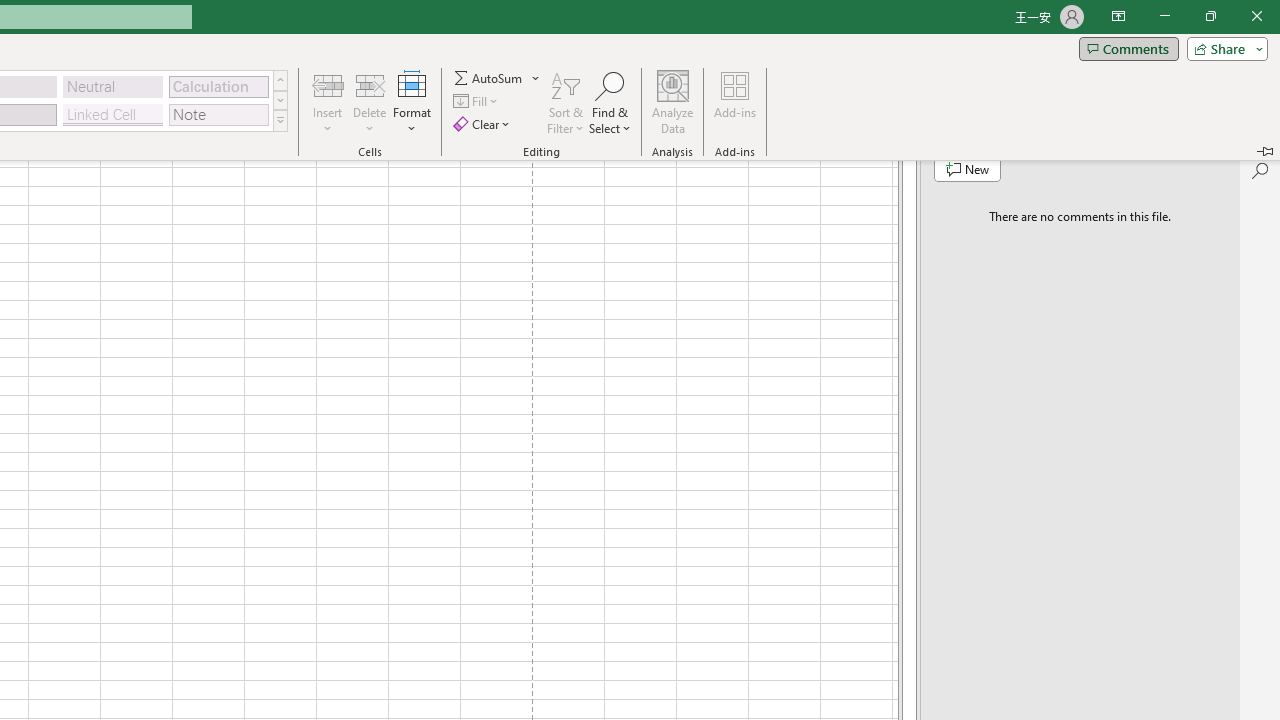 This screenshot has width=1280, height=720. Describe the element at coordinates (1209, 16) in the screenshot. I see `'Restore Down'` at that location.